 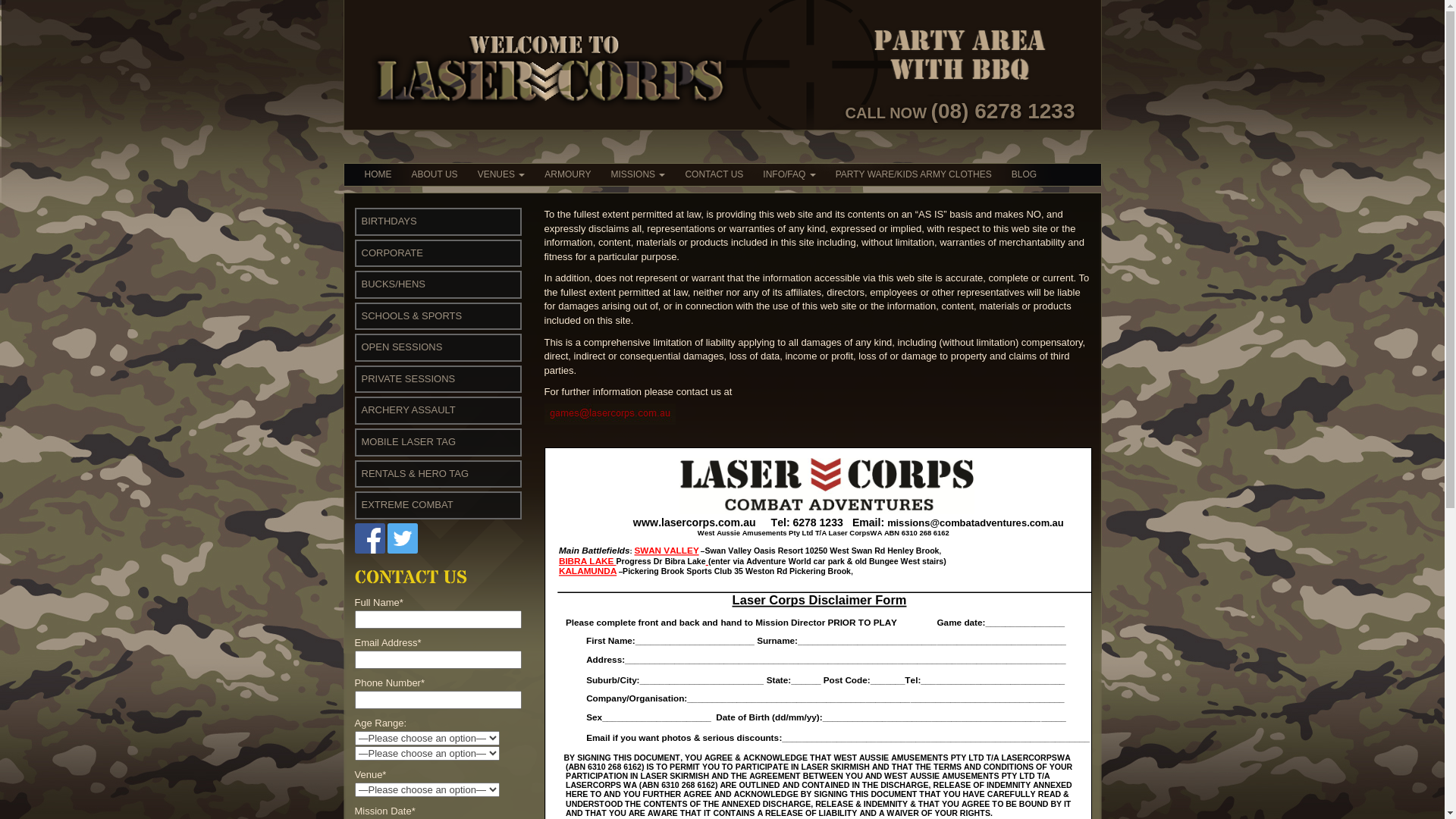 What do you see at coordinates (408, 441) in the screenshot?
I see `'MOBILE LASER TAG'` at bounding box center [408, 441].